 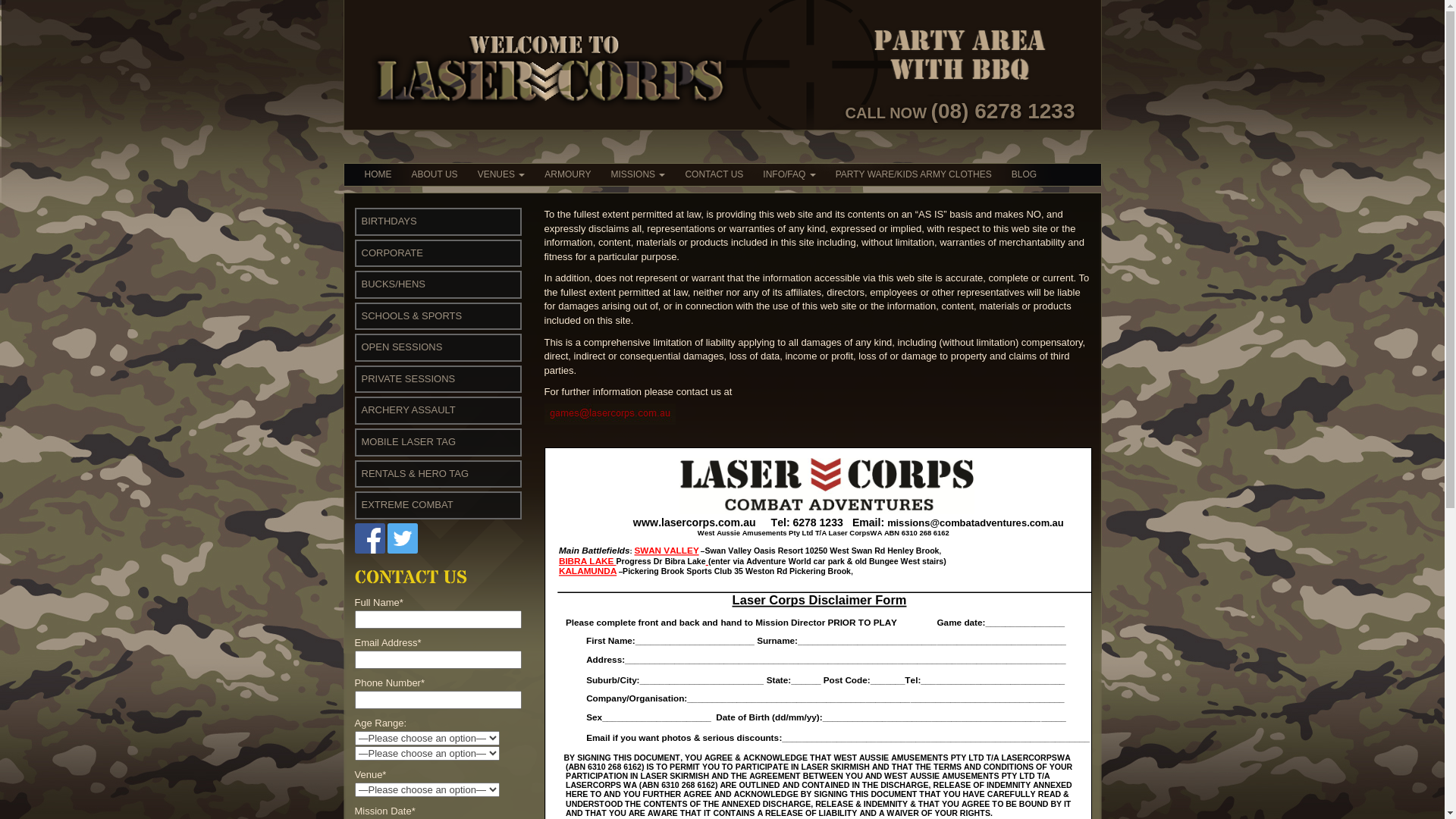 What do you see at coordinates (408, 441) in the screenshot?
I see `'MOBILE LASER TAG'` at bounding box center [408, 441].